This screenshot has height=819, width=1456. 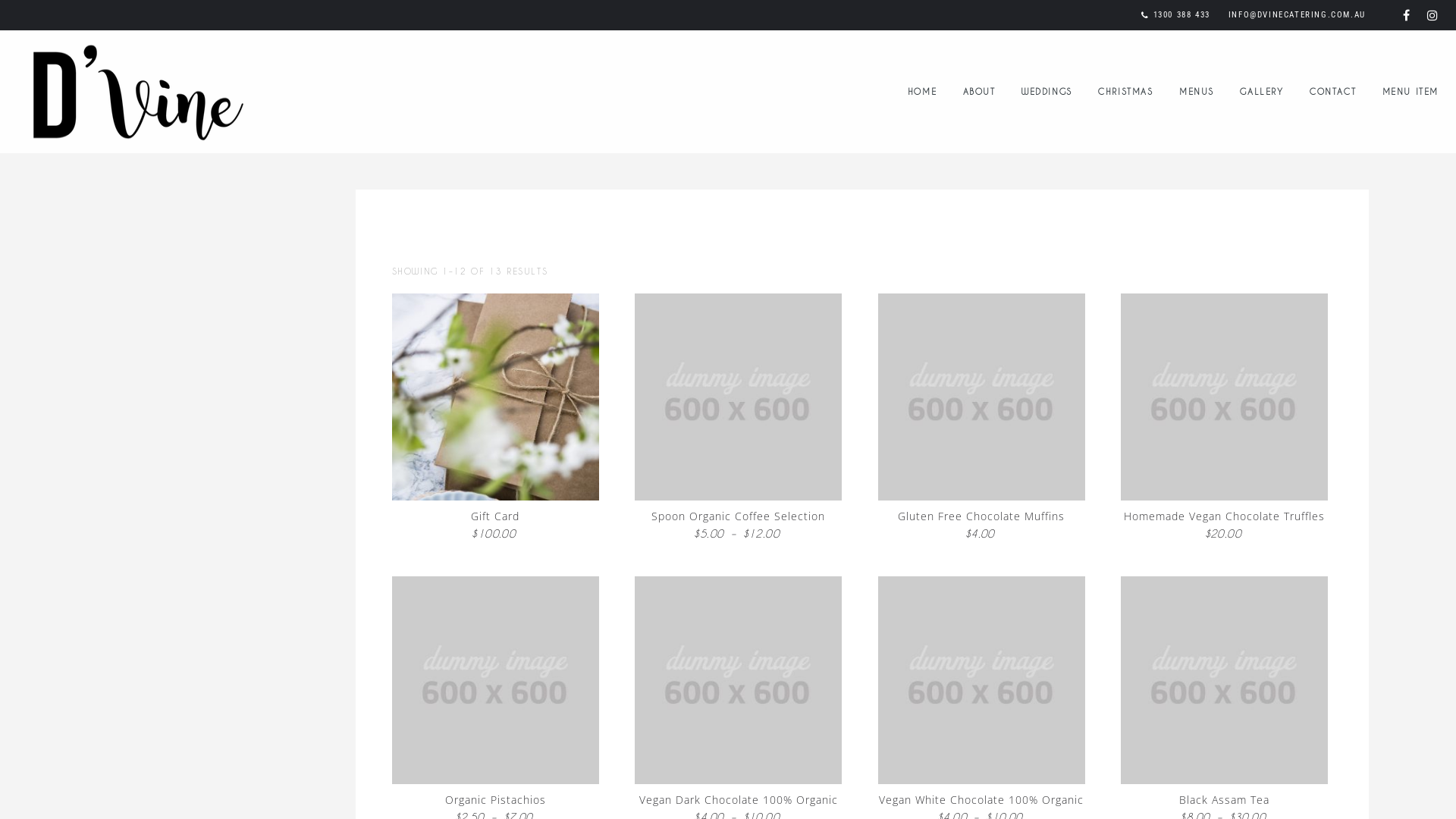 What do you see at coordinates (1046, 90) in the screenshot?
I see `'WEDDINGS'` at bounding box center [1046, 90].